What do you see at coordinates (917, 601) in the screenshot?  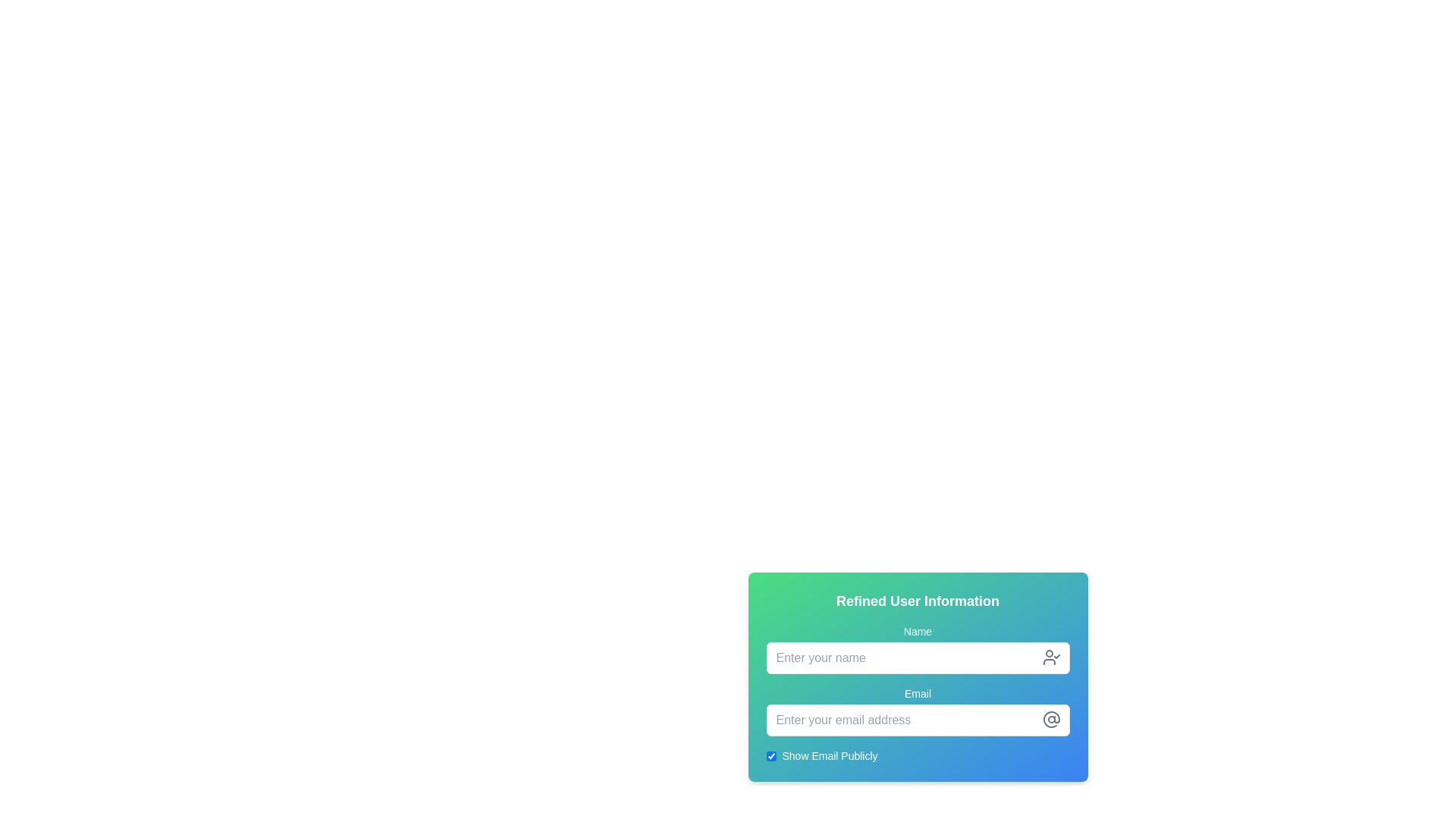 I see `the text label that reads 'Refined User Information', which is styled with bold, white, and large text, located at the top of a gradient background card` at bounding box center [917, 601].